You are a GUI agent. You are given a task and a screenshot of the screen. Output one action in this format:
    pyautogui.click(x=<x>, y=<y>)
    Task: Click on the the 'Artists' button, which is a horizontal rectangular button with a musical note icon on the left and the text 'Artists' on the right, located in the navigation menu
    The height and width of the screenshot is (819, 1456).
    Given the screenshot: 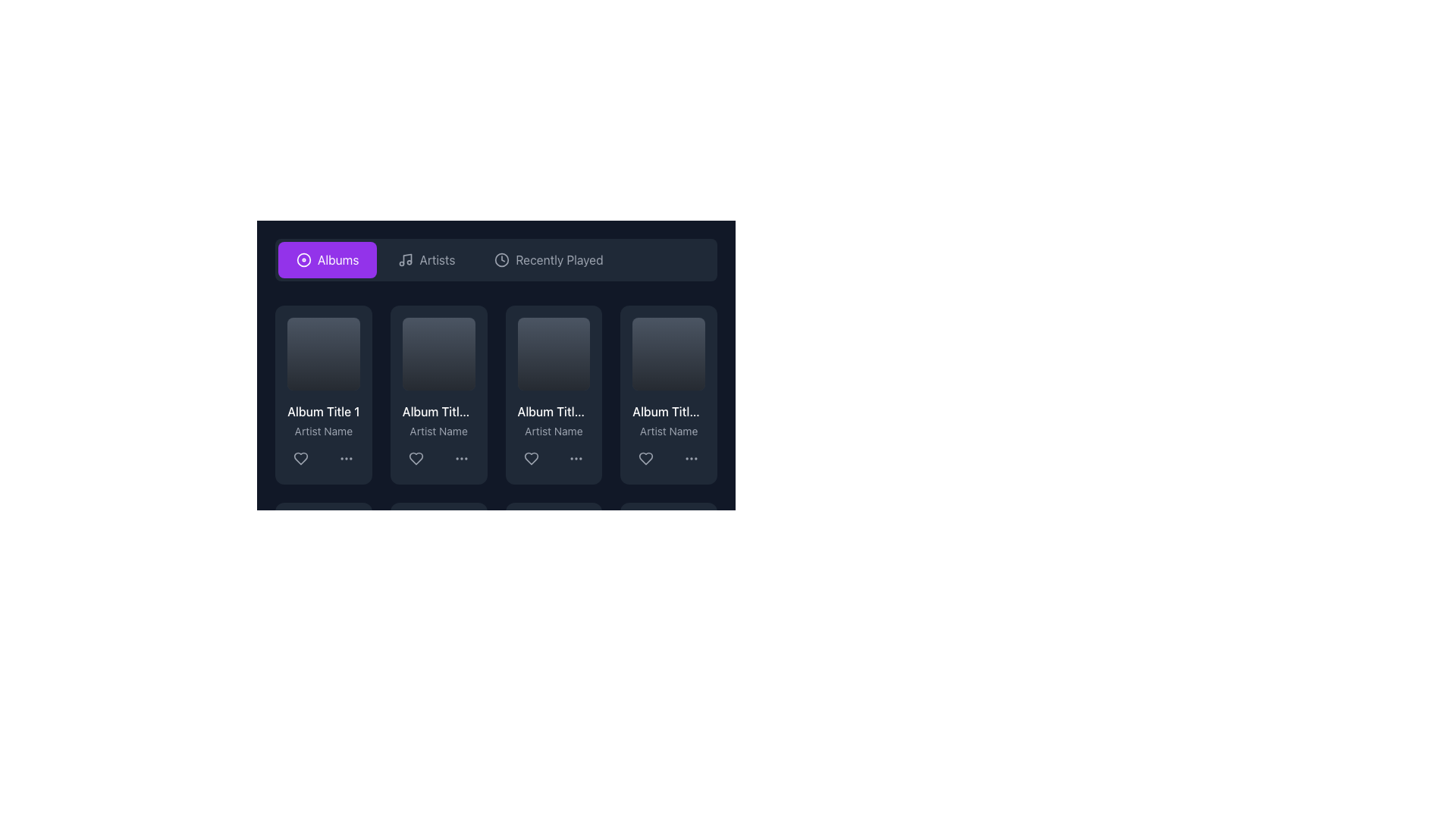 What is the action you would take?
    pyautogui.click(x=425, y=259)
    